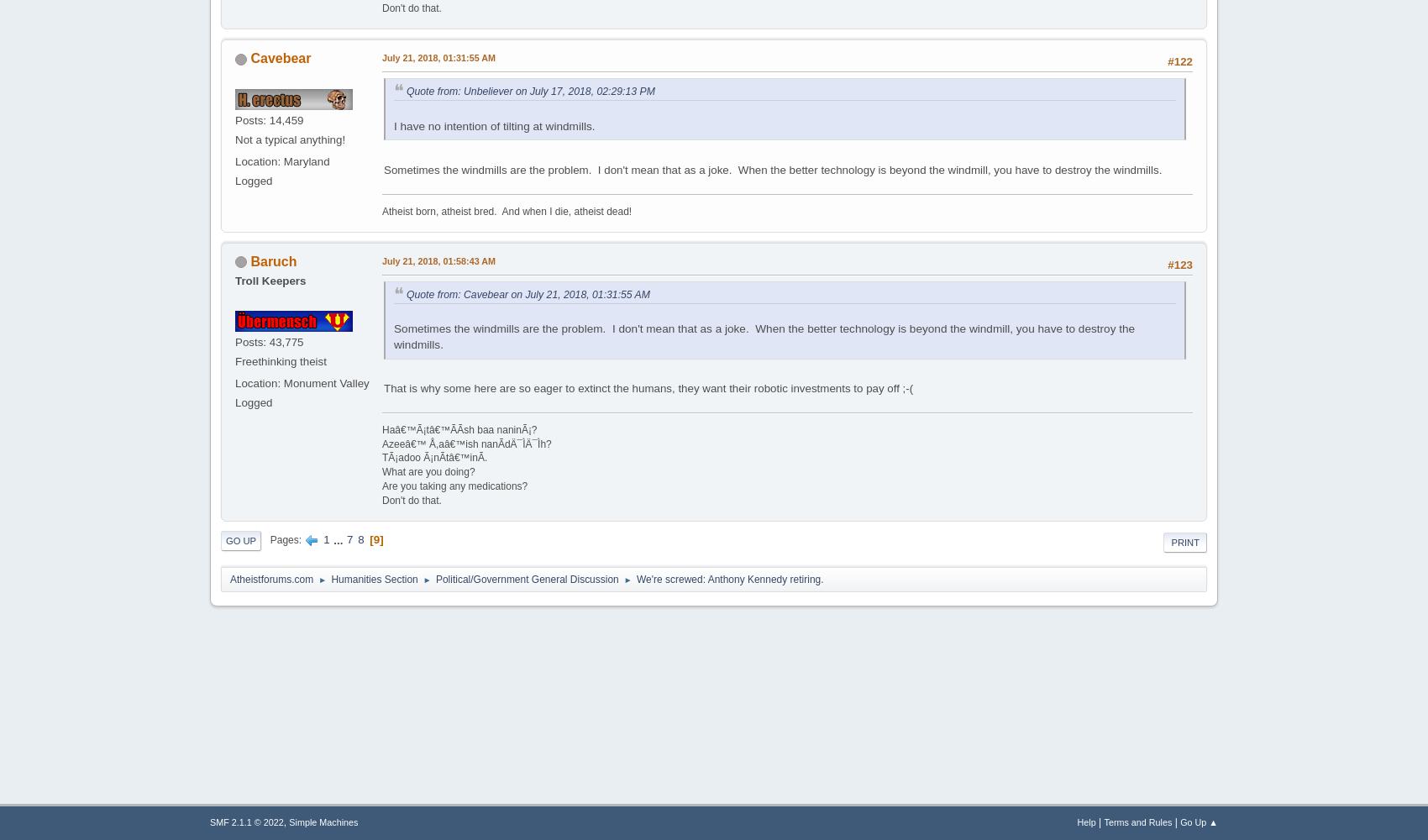 Image resolution: width=1428 pixels, height=840 pixels. Describe the element at coordinates (1137, 822) in the screenshot. I see `'Terms and Rules'` at that location.